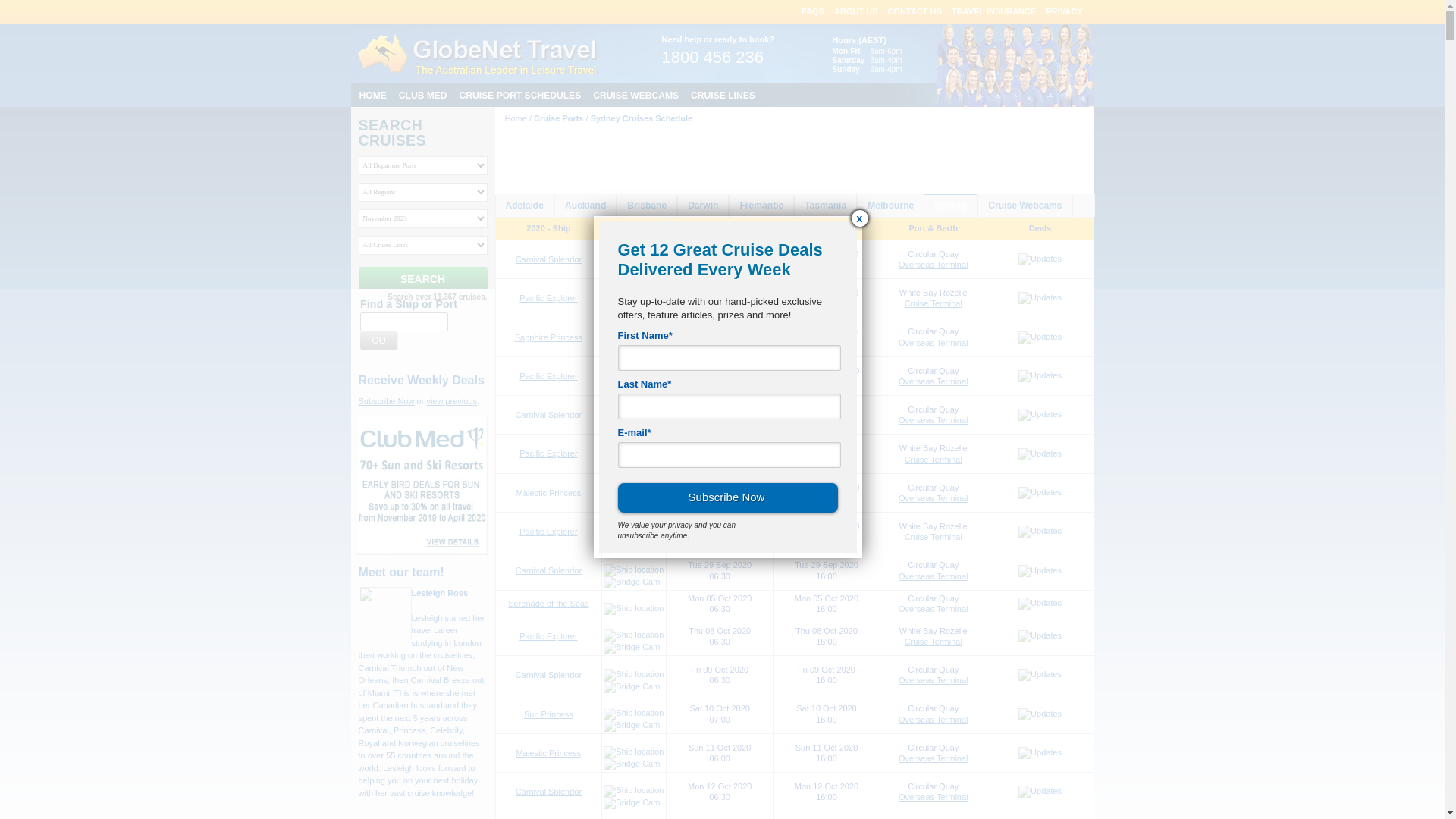  I want to click on 'Overseas Terminal', so click(932, 718).